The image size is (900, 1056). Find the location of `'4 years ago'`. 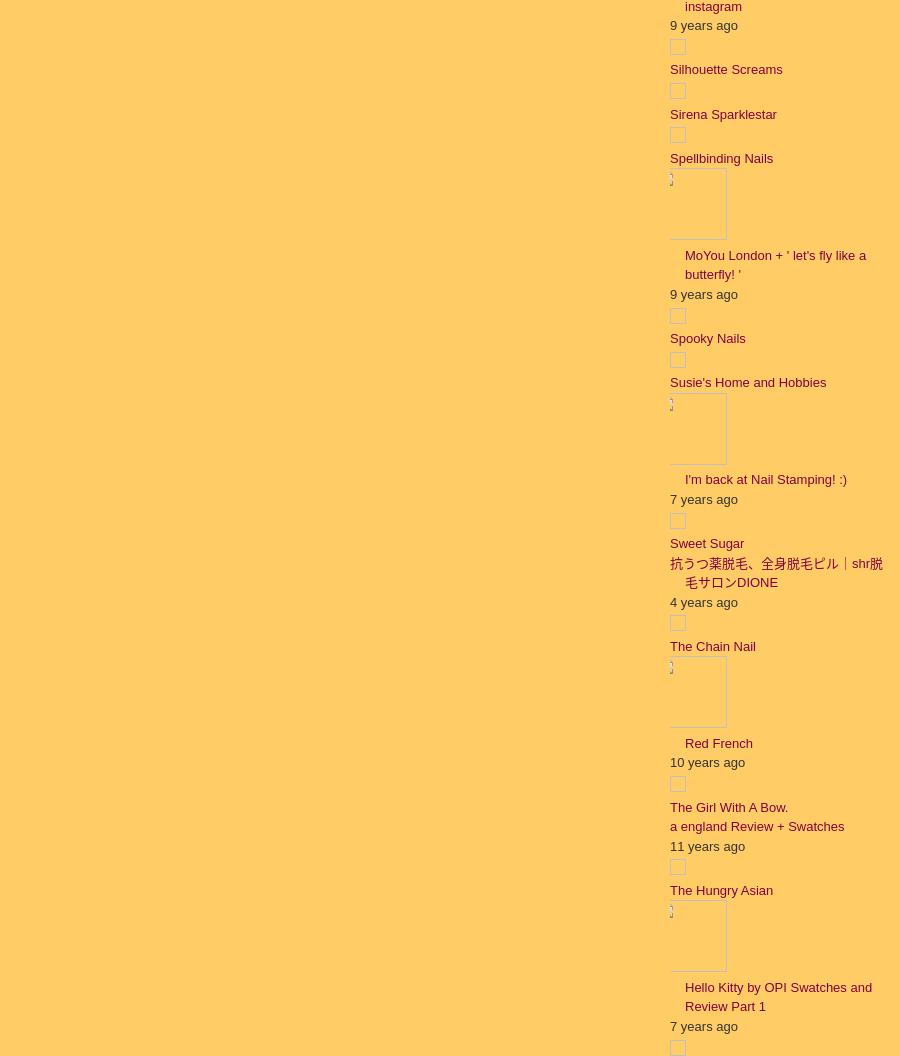

'4 years ago' is located at coordinates (702, 600).